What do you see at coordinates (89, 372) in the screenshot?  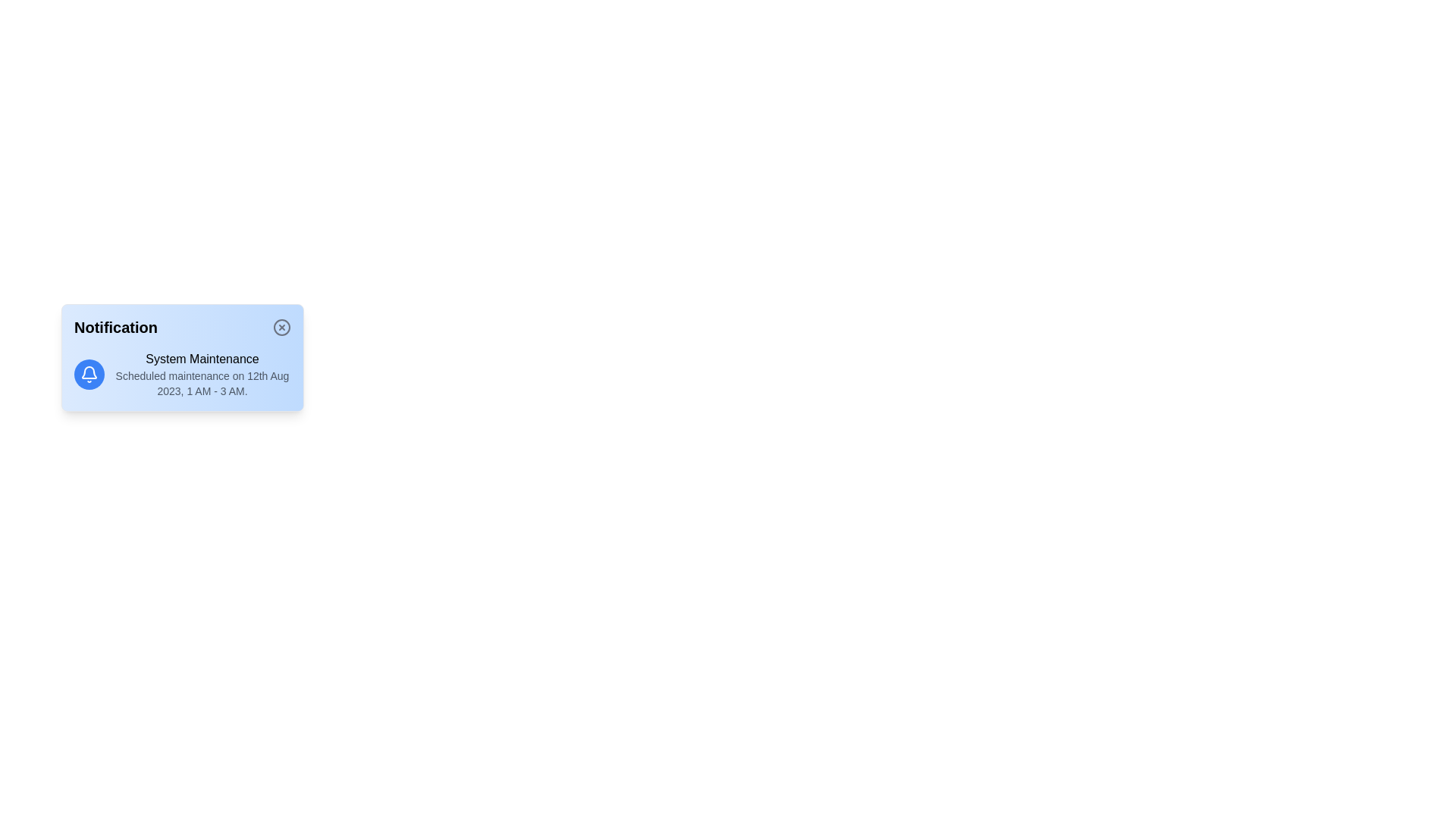 I see `the bottom section of the notification bell icon, which is outlined in white and part of the SVG graphic structure` at bounding box center [89, 372].